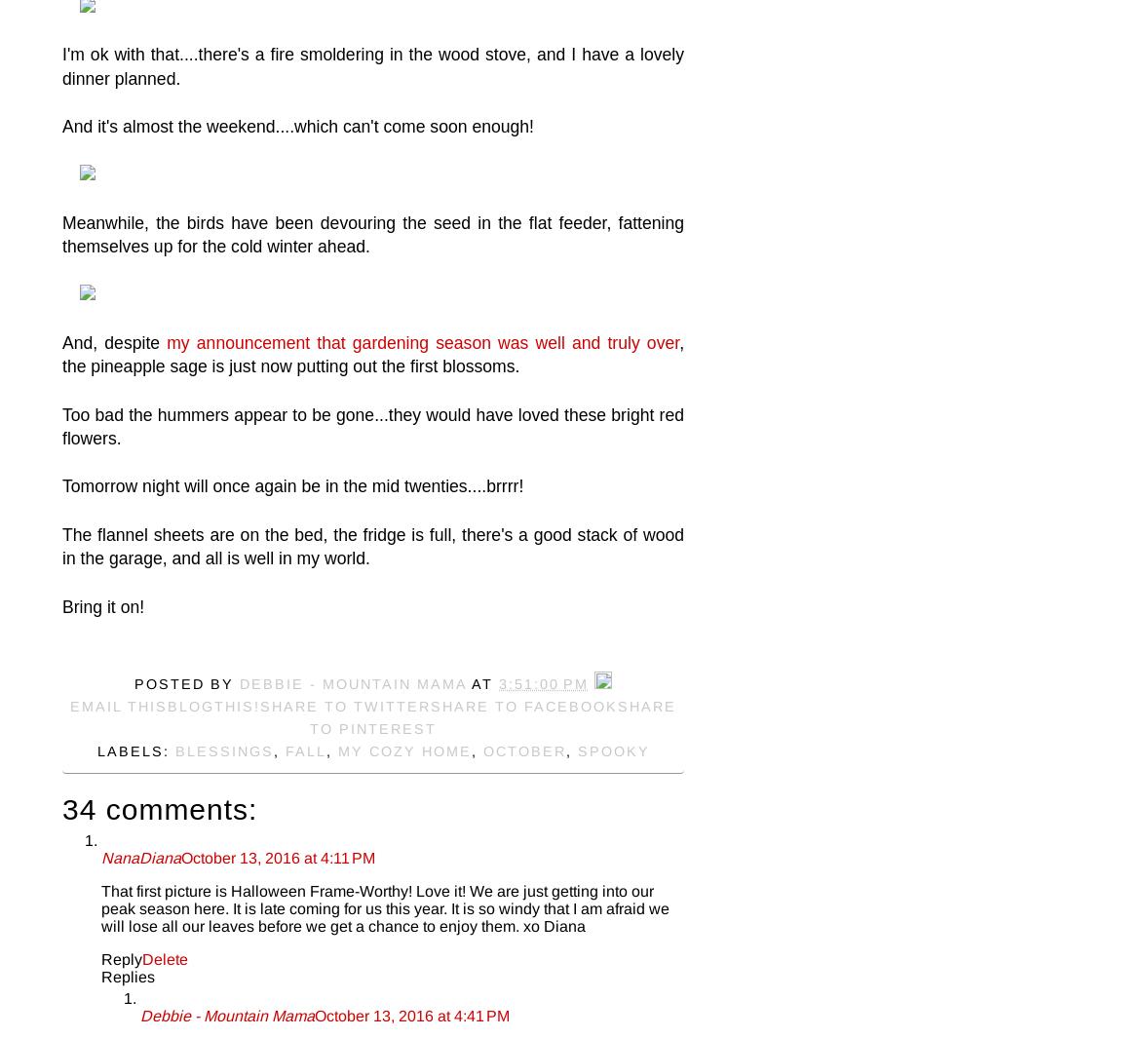 This screenshot has height=1038, width=1148. Describe the element at coordinates (60, 809) in the screenshot. I see `'34 comments:'` at that location.